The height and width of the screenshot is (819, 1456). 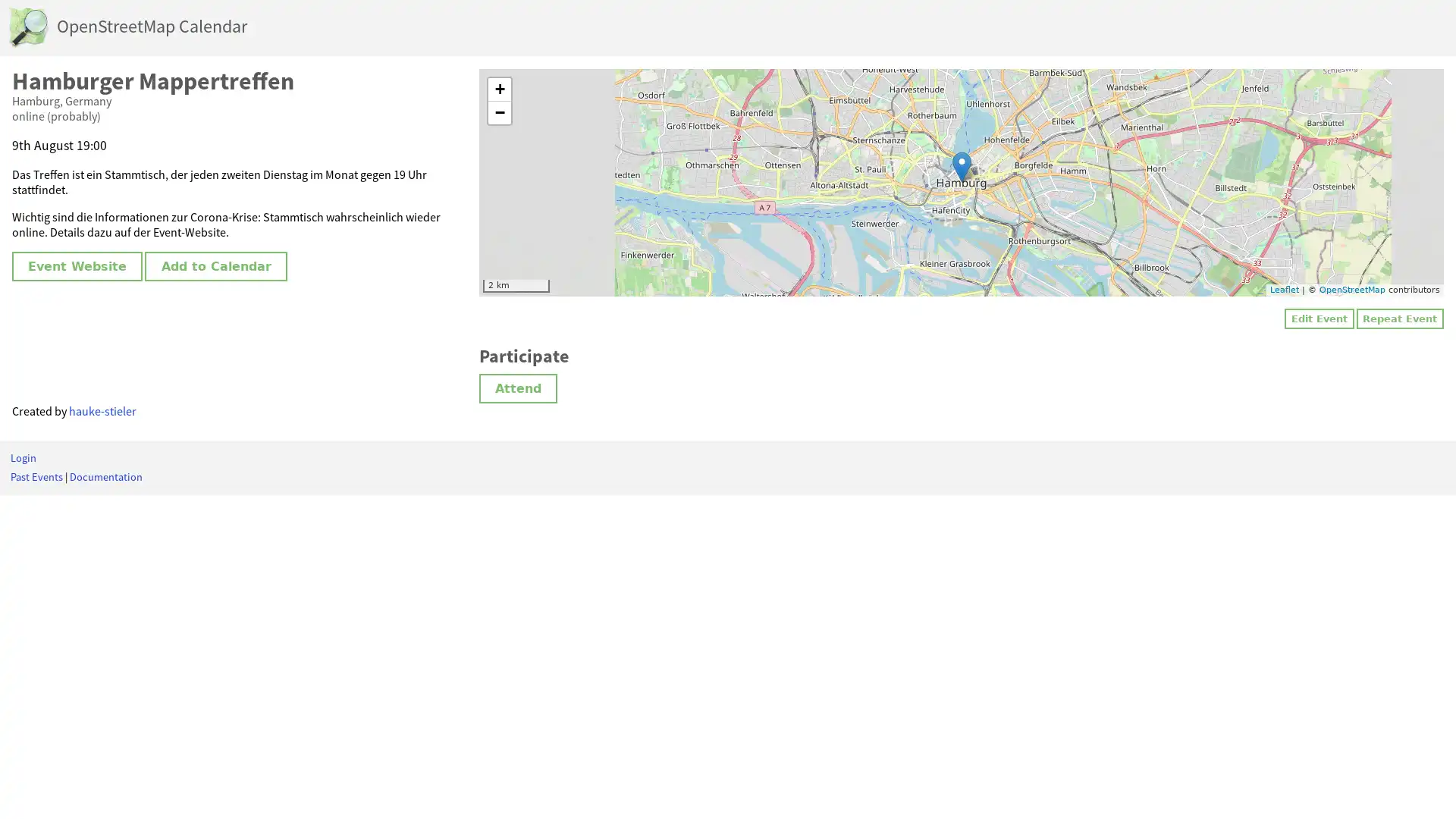 I want to click on Attend, so click(x=518, y=387).